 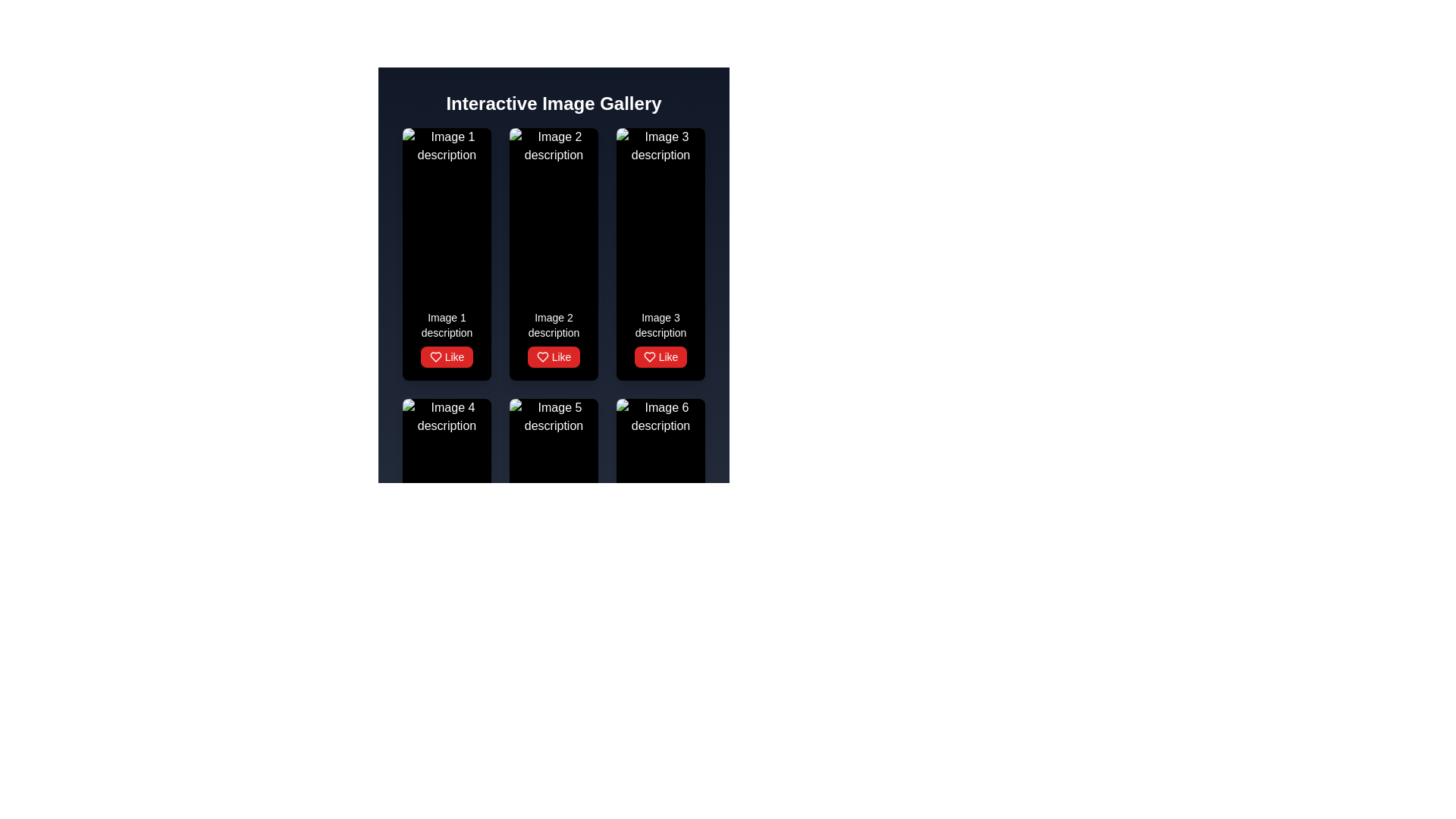 What do you see at coordinates (542, 628) in the screenshot?
I see `the heart icon outlined in the button labeled 'Like', which is located in the second column of buttons with a red background` at bounding box center [542, 628].